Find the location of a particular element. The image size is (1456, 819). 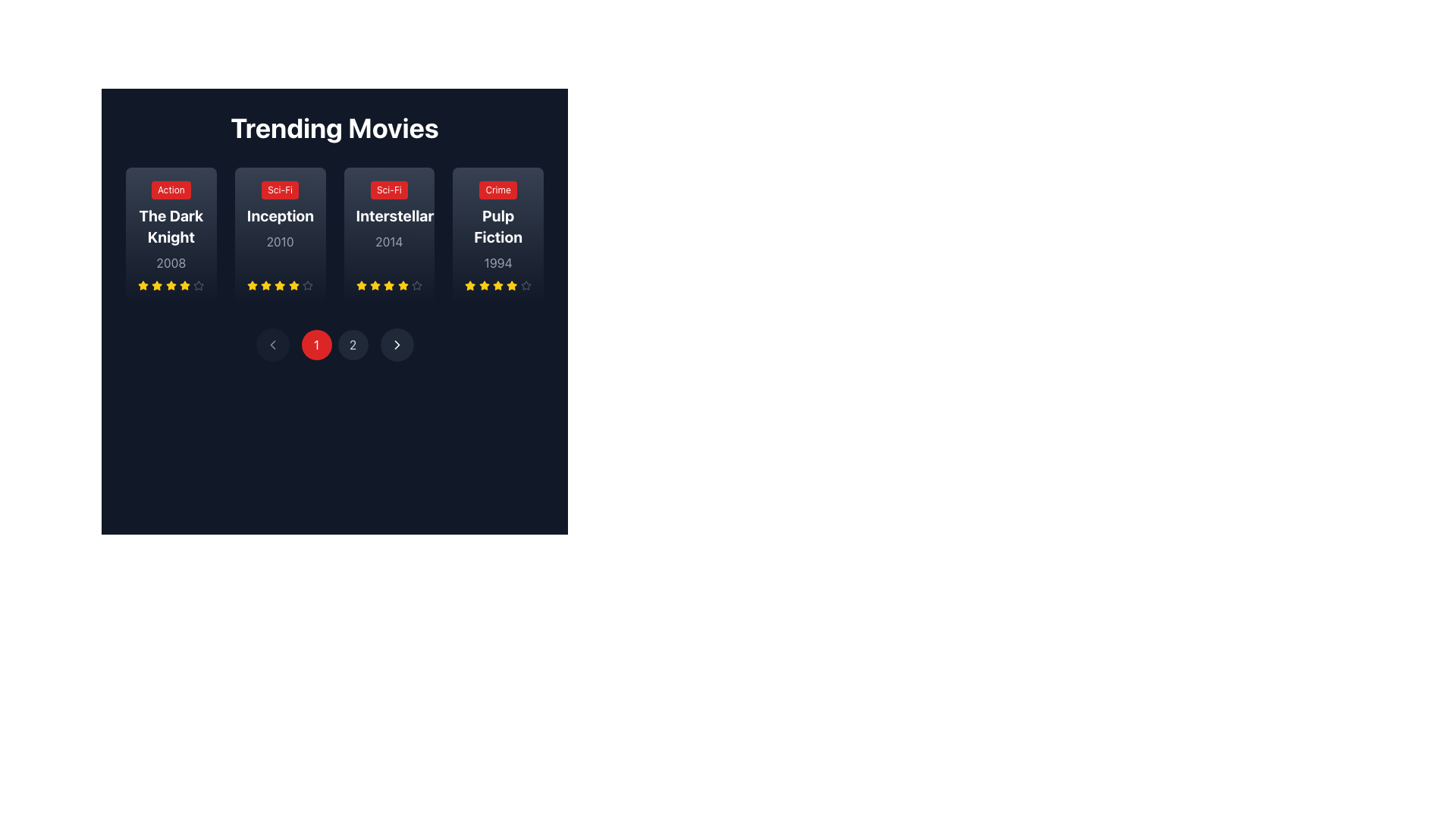

the fourth yellow star-shaped icon in the series of five stars beneath the 'Pulp Fiction' card using accessibility tools is located at coordinates (498, 284).